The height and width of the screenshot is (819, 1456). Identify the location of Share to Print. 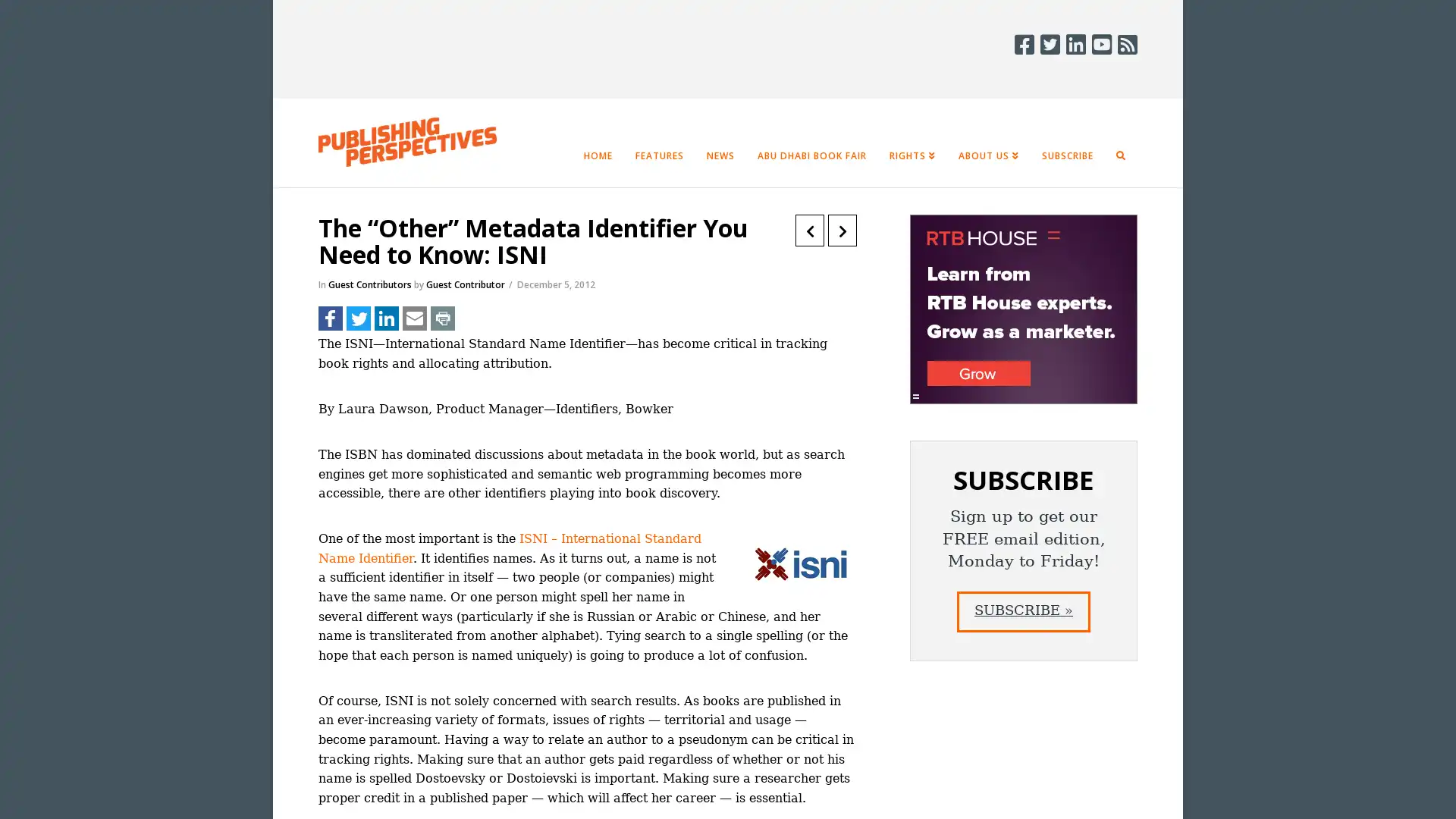
(442, 318).